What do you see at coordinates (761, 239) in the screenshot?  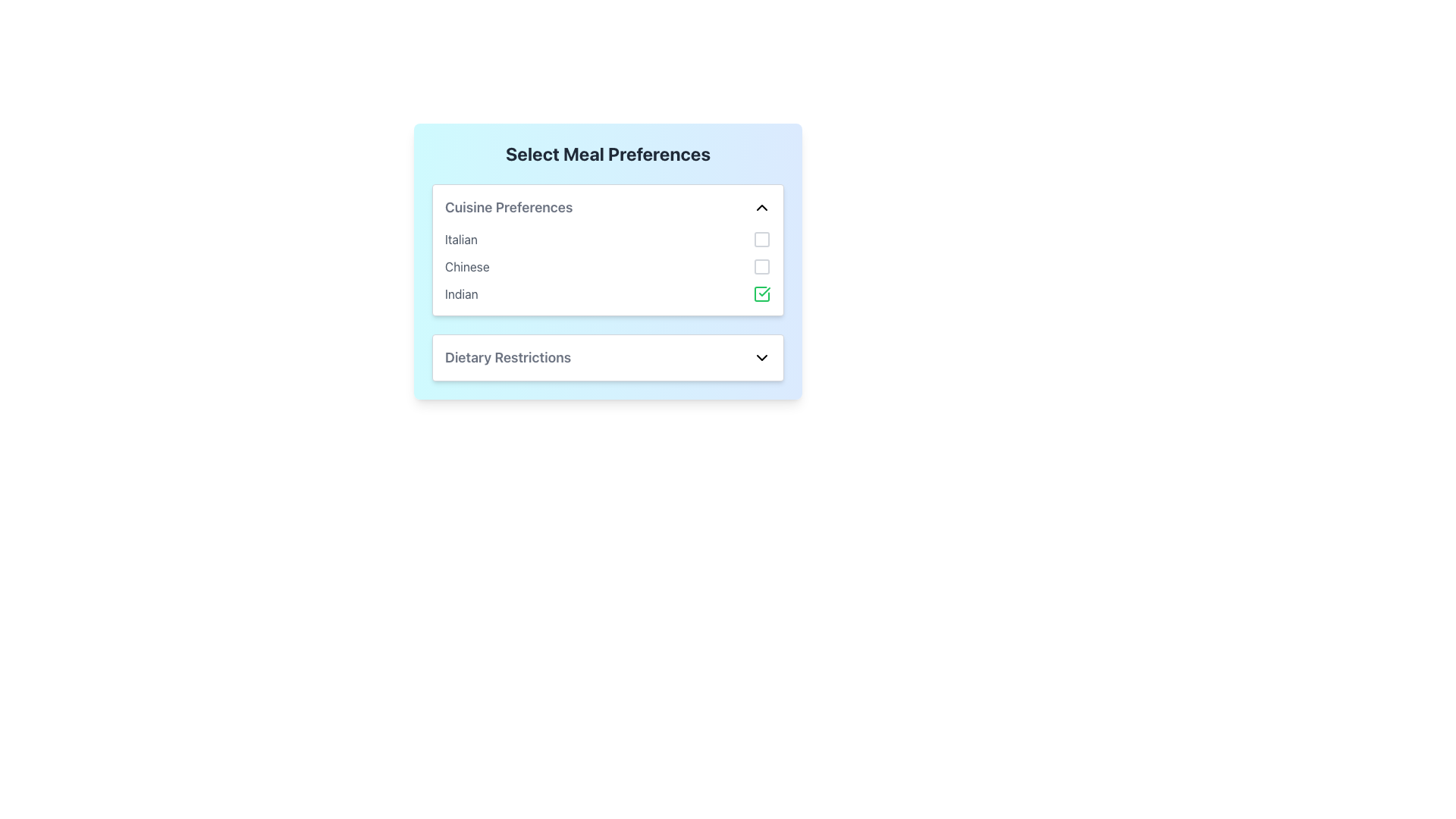 I see `the checkbox` at bounding box center [761, 239].